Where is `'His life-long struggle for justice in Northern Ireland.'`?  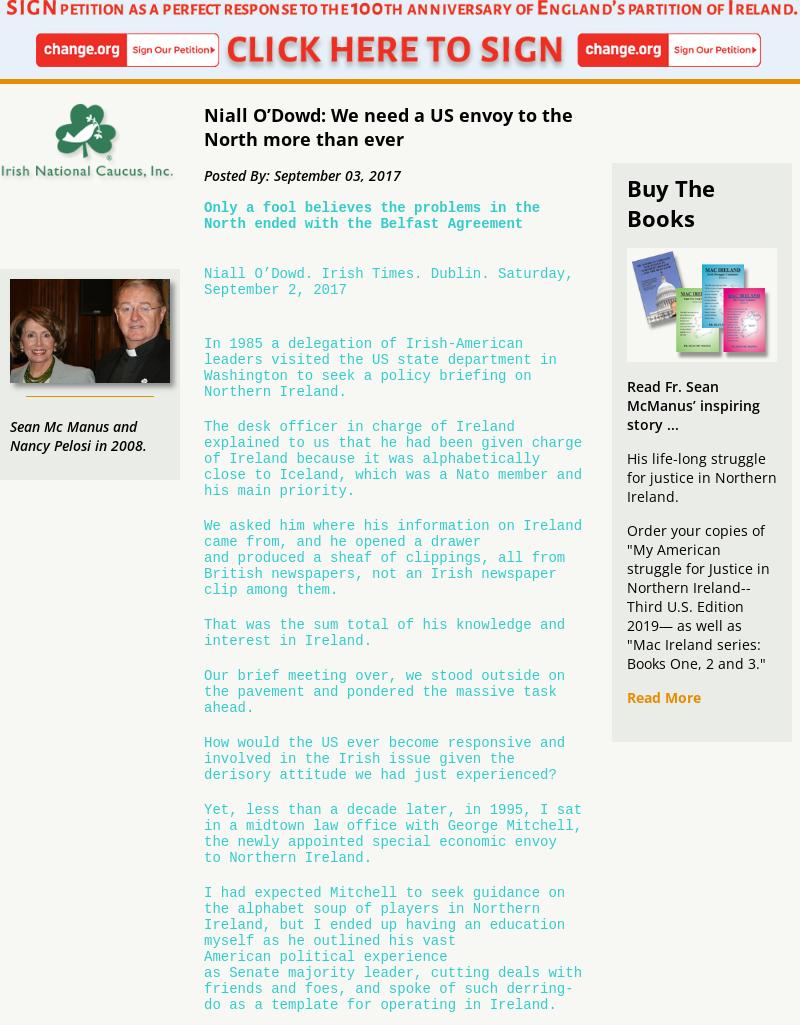 'His life-long struggle for justice in Northern Ireland.' is located at coordinates (701, 476).